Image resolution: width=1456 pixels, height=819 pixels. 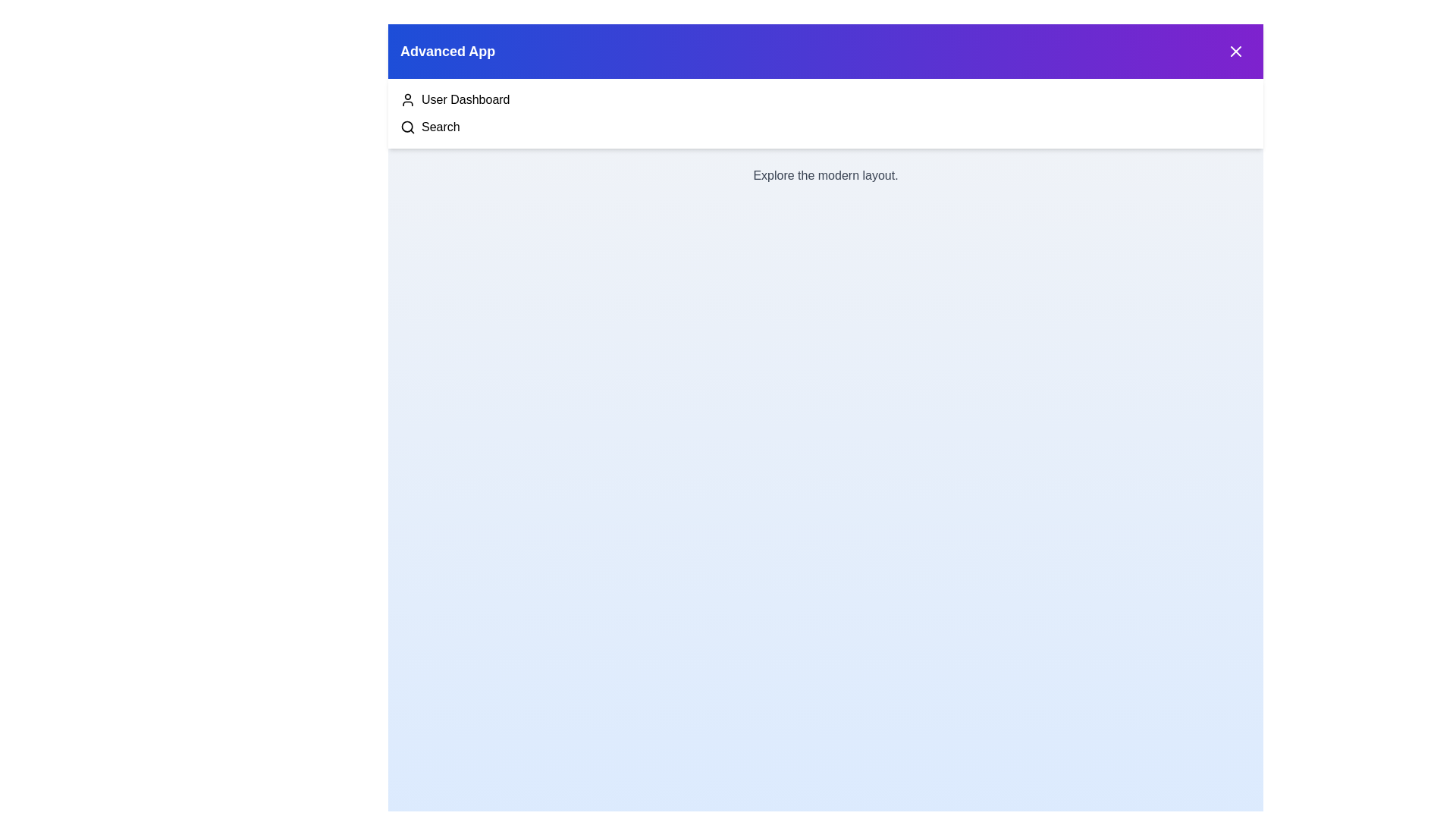 What do you see at coordinates (1236, 51) in the screenshot?
I see `the menu button to observe hover effects` at bounding box center [1236, 51].